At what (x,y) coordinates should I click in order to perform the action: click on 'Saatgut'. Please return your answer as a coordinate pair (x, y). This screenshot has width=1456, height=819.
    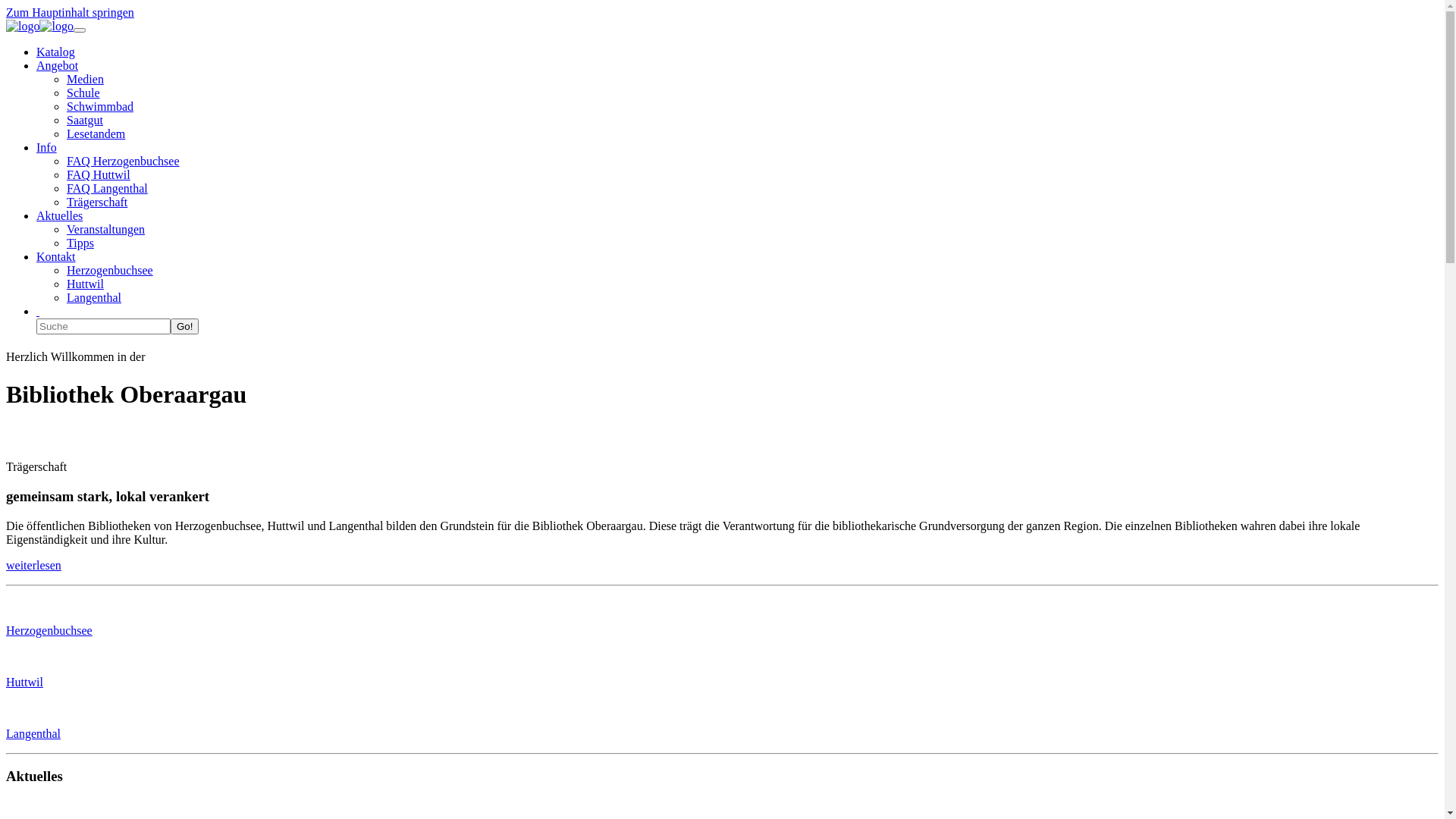
    Looking at the image, I should click on (83, 119).